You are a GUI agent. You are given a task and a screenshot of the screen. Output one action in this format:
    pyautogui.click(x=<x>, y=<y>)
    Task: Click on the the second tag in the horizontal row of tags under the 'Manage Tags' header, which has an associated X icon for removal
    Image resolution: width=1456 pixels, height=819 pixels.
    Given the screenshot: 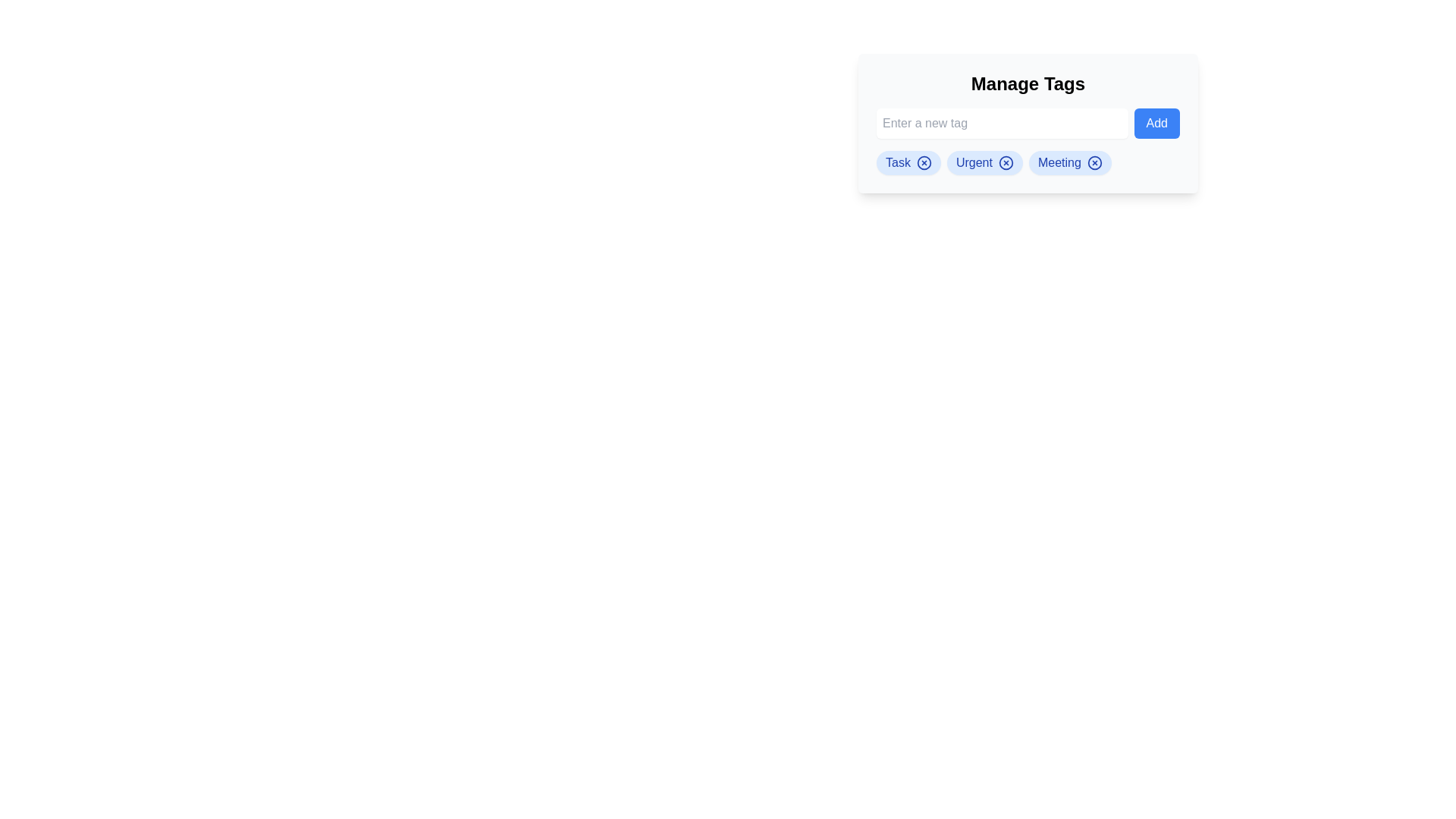 What is the action you would take?
    pyautogui.click(x=984, y=163)
    